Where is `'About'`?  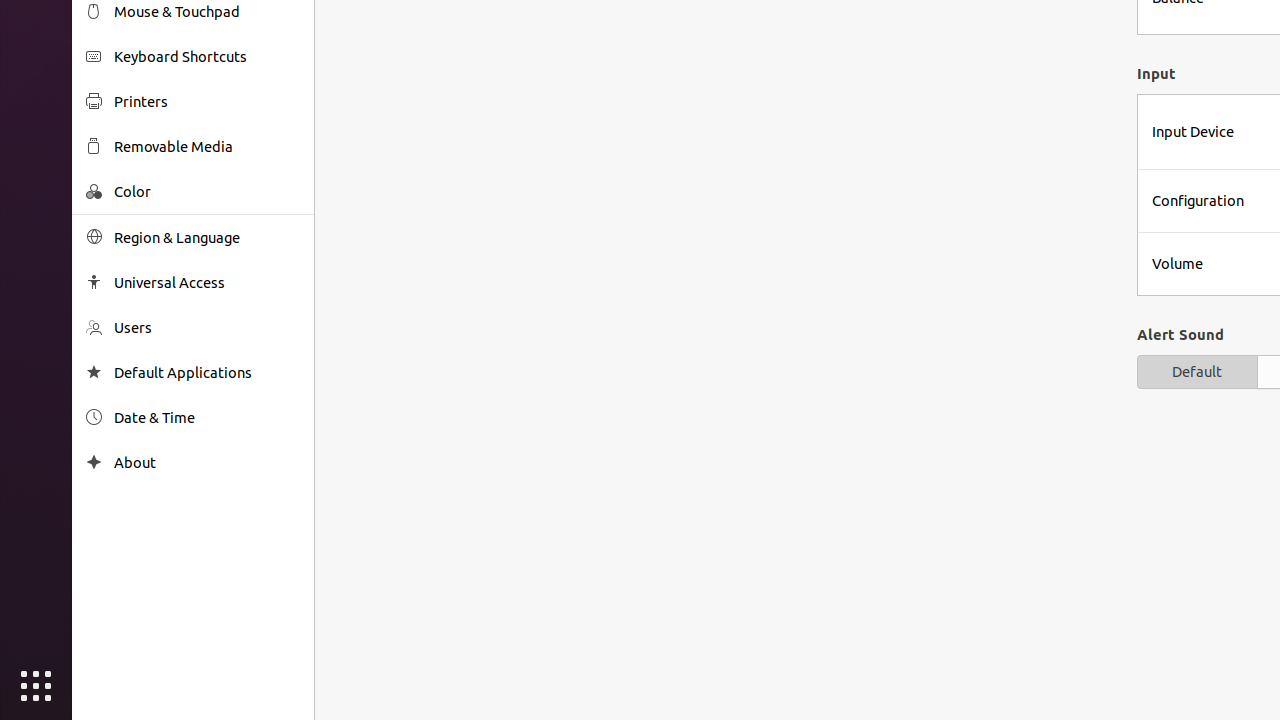 'About' is located at coordinates (206, 462).